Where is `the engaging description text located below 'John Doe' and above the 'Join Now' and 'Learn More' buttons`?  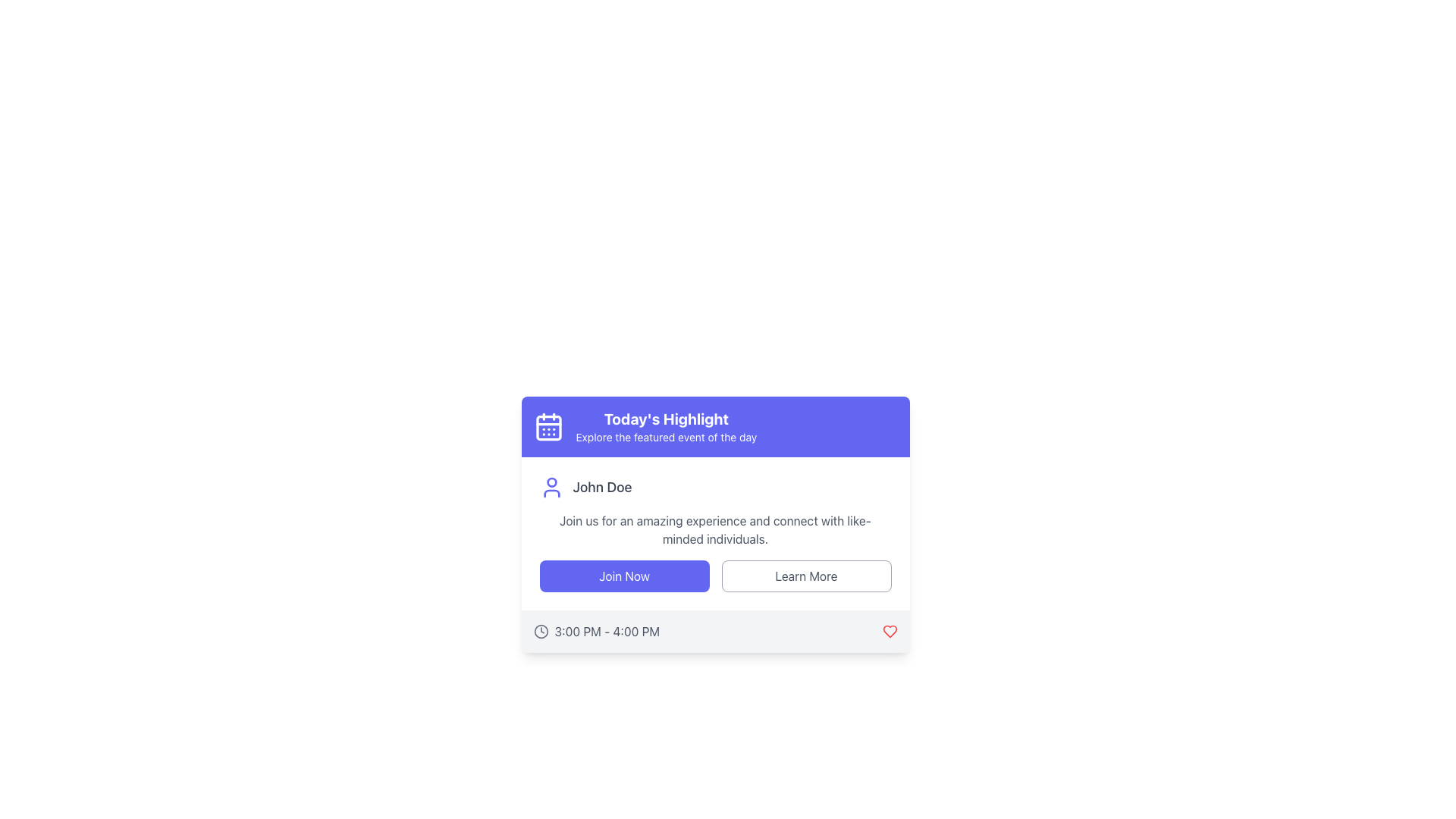
the engaging description text located below 'John Doe' and above the 'Join Now' and 'Learn More' buttons is located at coordinates (714, 529).